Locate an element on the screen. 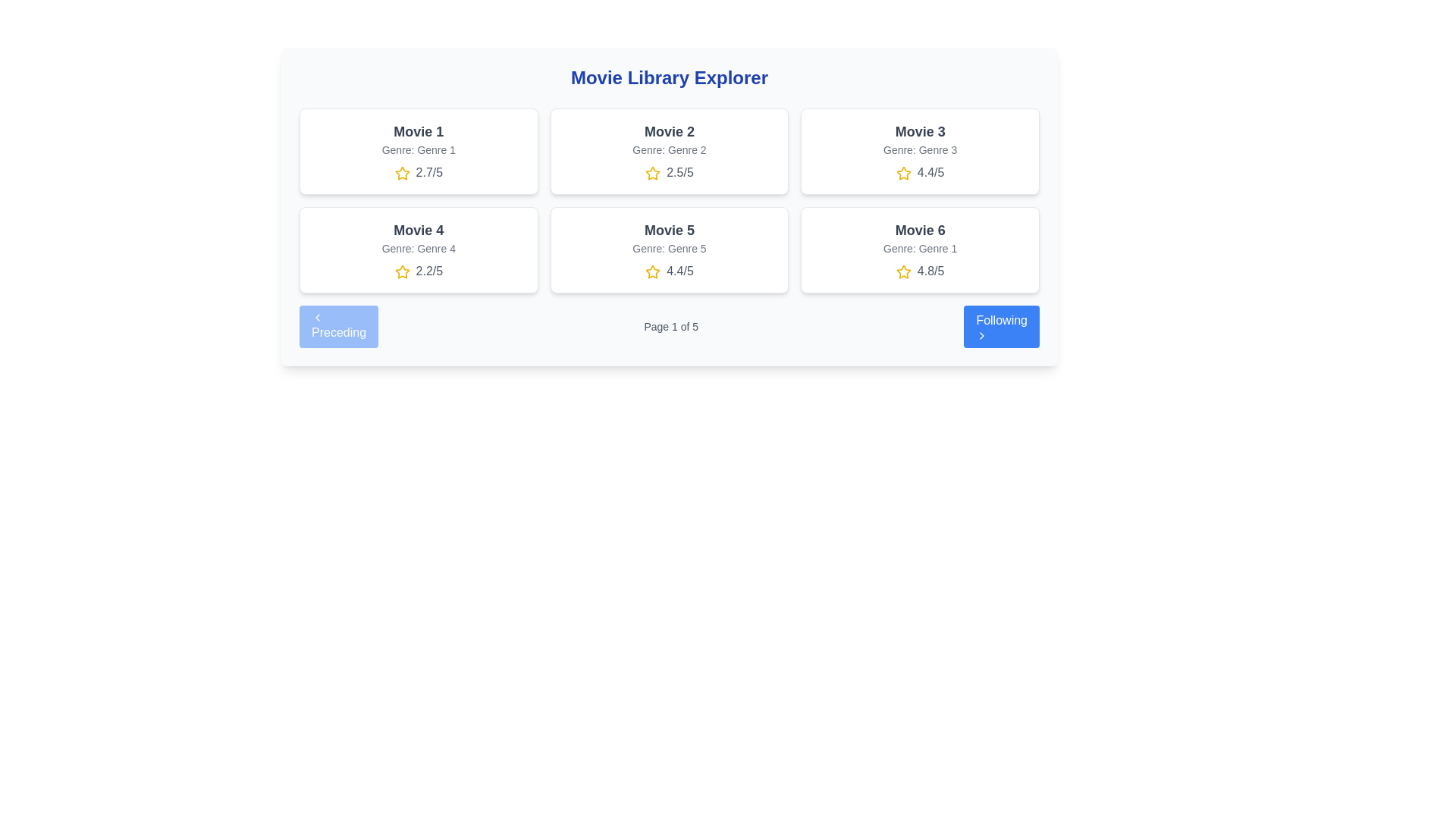 The image size is (1456, 819). the text indicator that states 'Page 1 of 5', styled with a gray font, located centrally between the 'Preceding' and 'Following' navigation buttons in the footer area is located at coordinates (669, 326).